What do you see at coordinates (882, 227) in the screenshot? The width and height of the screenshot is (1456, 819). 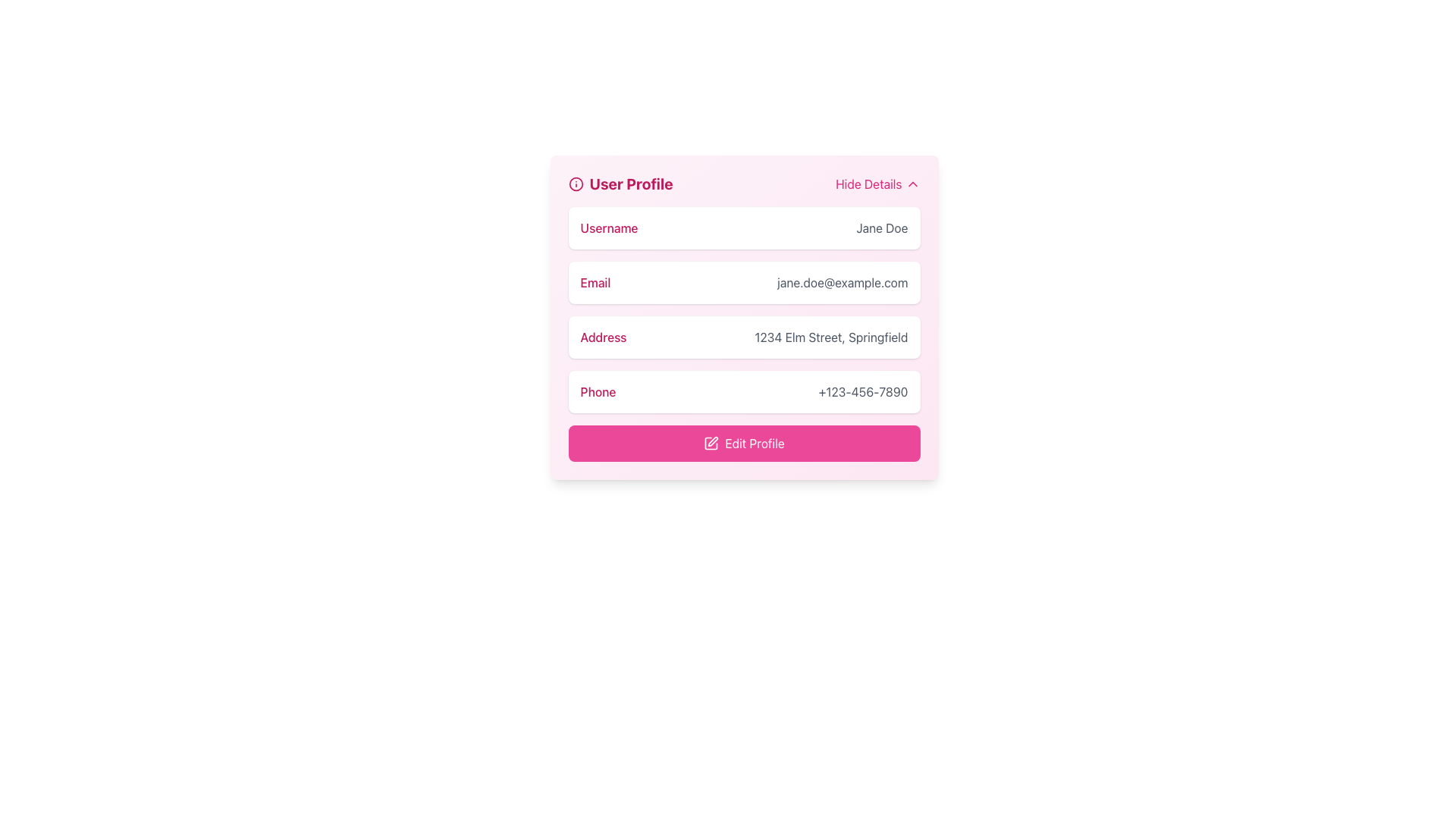 I see `the username display field that shows 'Jane Doe', located to the right of the 'Username' label in the user profile card` at bounding box center [882, 227].